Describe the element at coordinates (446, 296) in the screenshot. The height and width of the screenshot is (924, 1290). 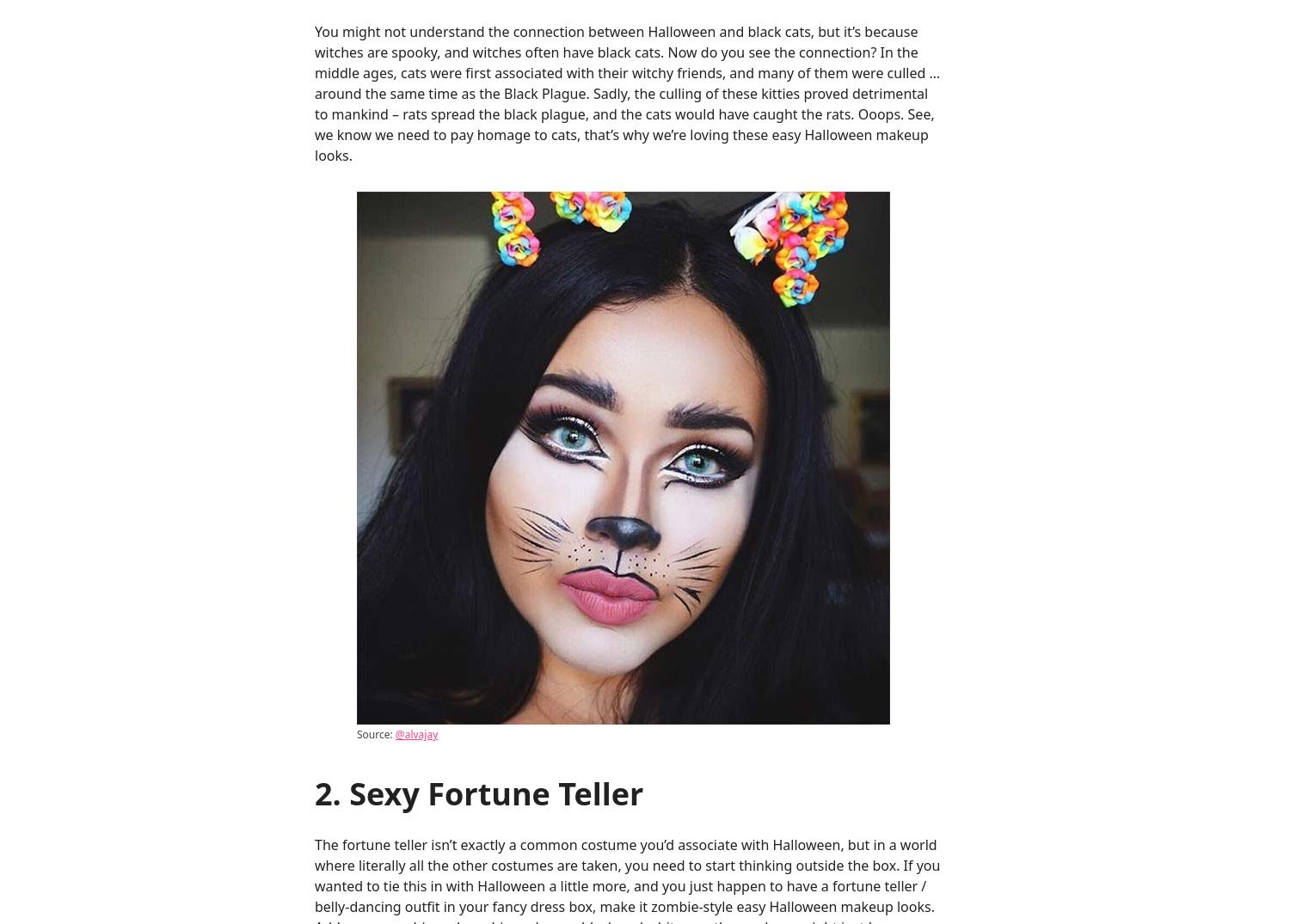
I see `'Your email address will not be published.'` at that location.